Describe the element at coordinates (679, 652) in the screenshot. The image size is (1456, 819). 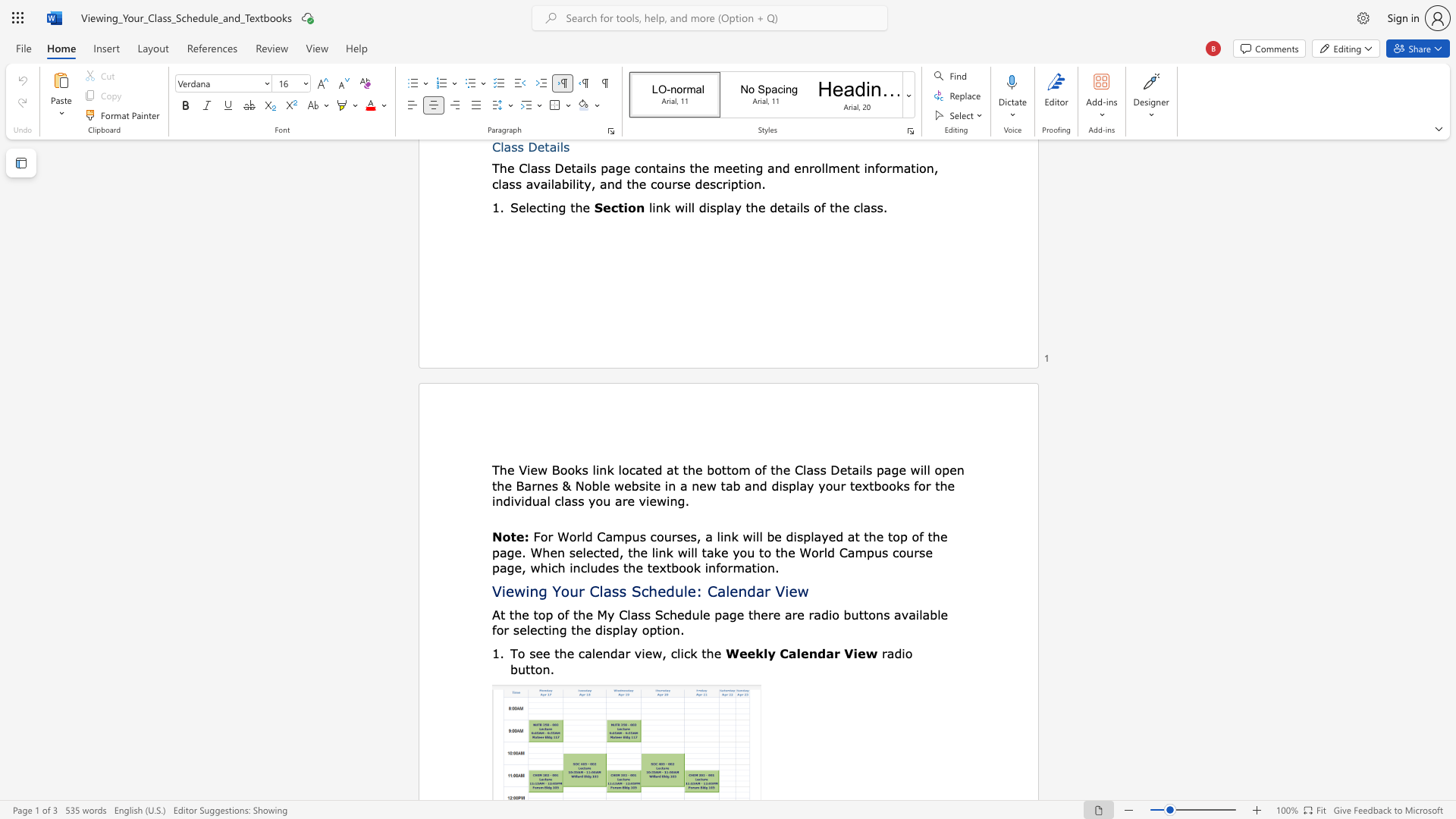
I see `the subset text "ic" within the text "To see the calendar view, click the"` at that location.